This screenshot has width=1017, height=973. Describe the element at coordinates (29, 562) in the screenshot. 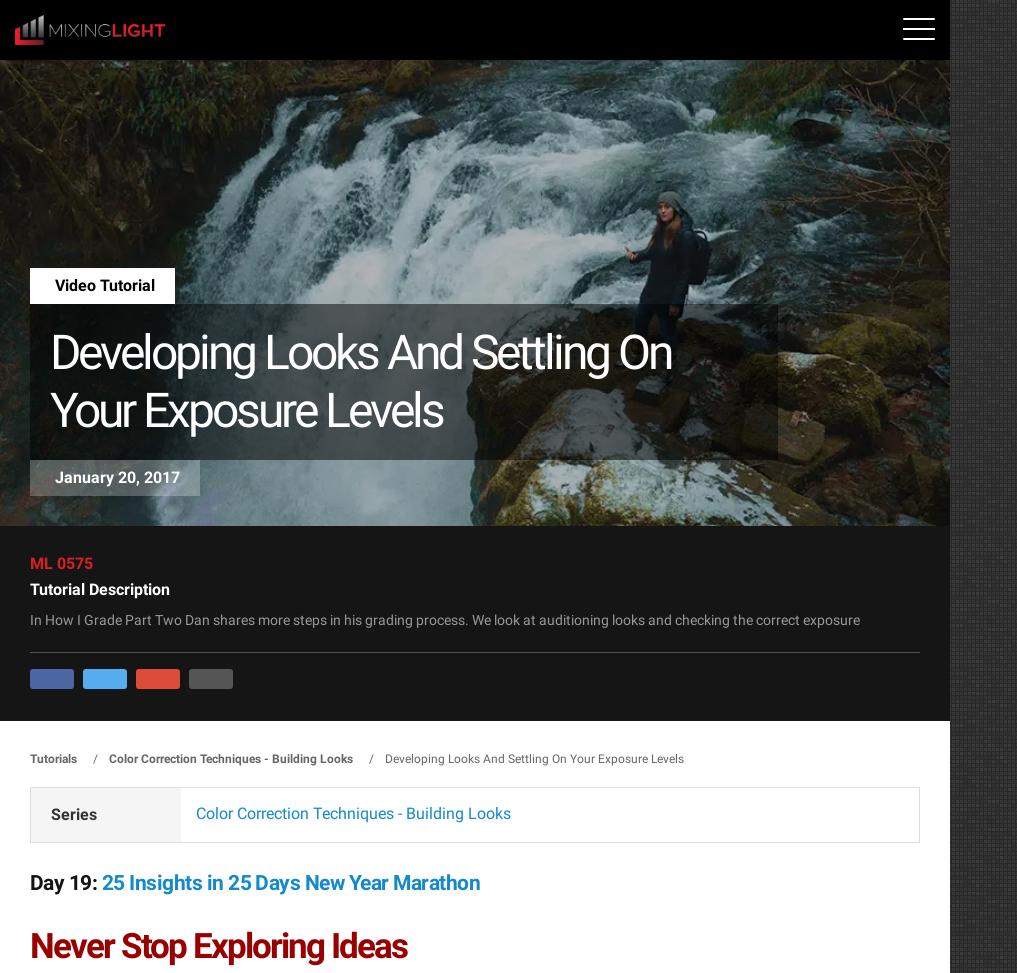

I see `'ML
                          0575'` at that location.